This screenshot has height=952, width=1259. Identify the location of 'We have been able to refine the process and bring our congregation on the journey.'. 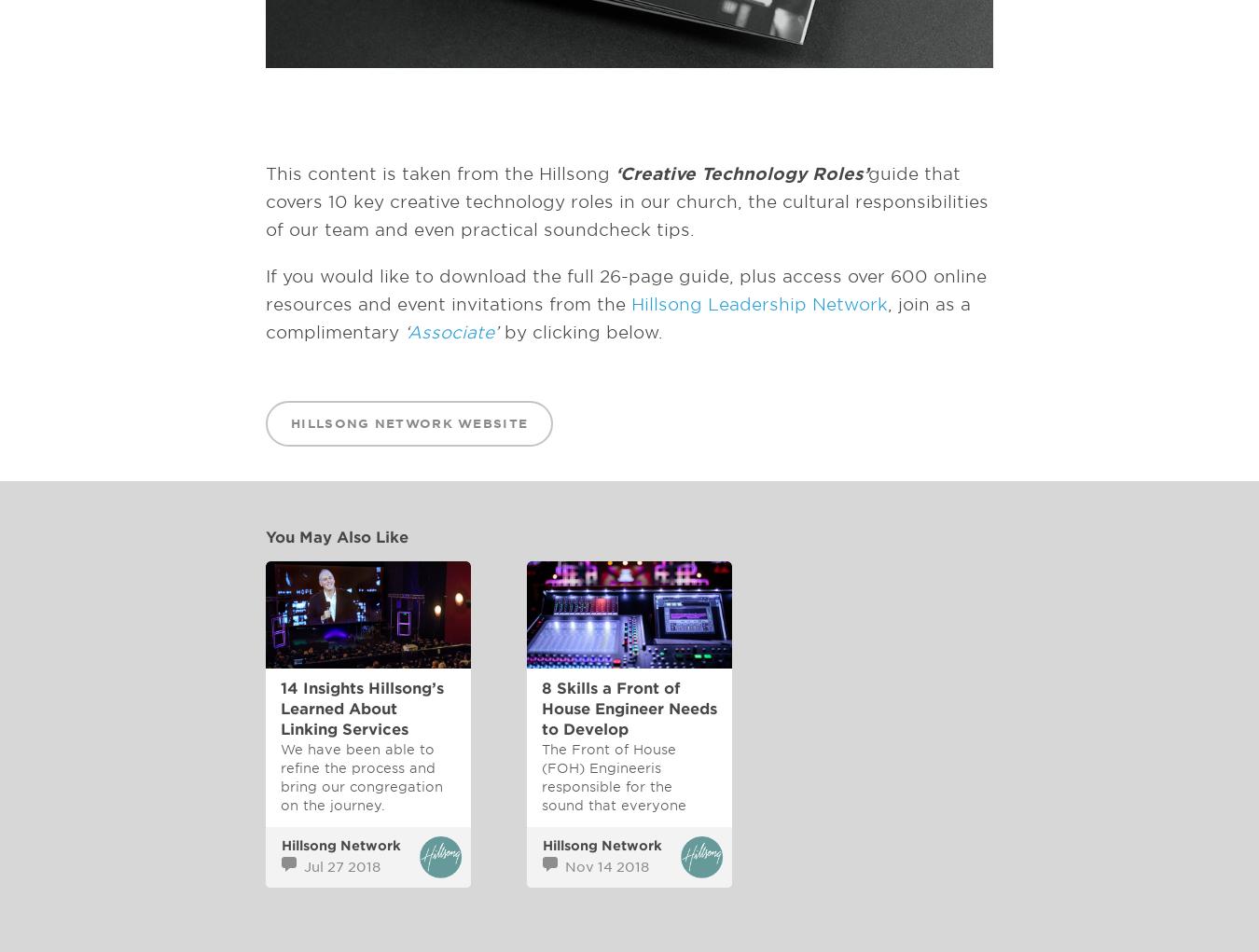
(361, 777).